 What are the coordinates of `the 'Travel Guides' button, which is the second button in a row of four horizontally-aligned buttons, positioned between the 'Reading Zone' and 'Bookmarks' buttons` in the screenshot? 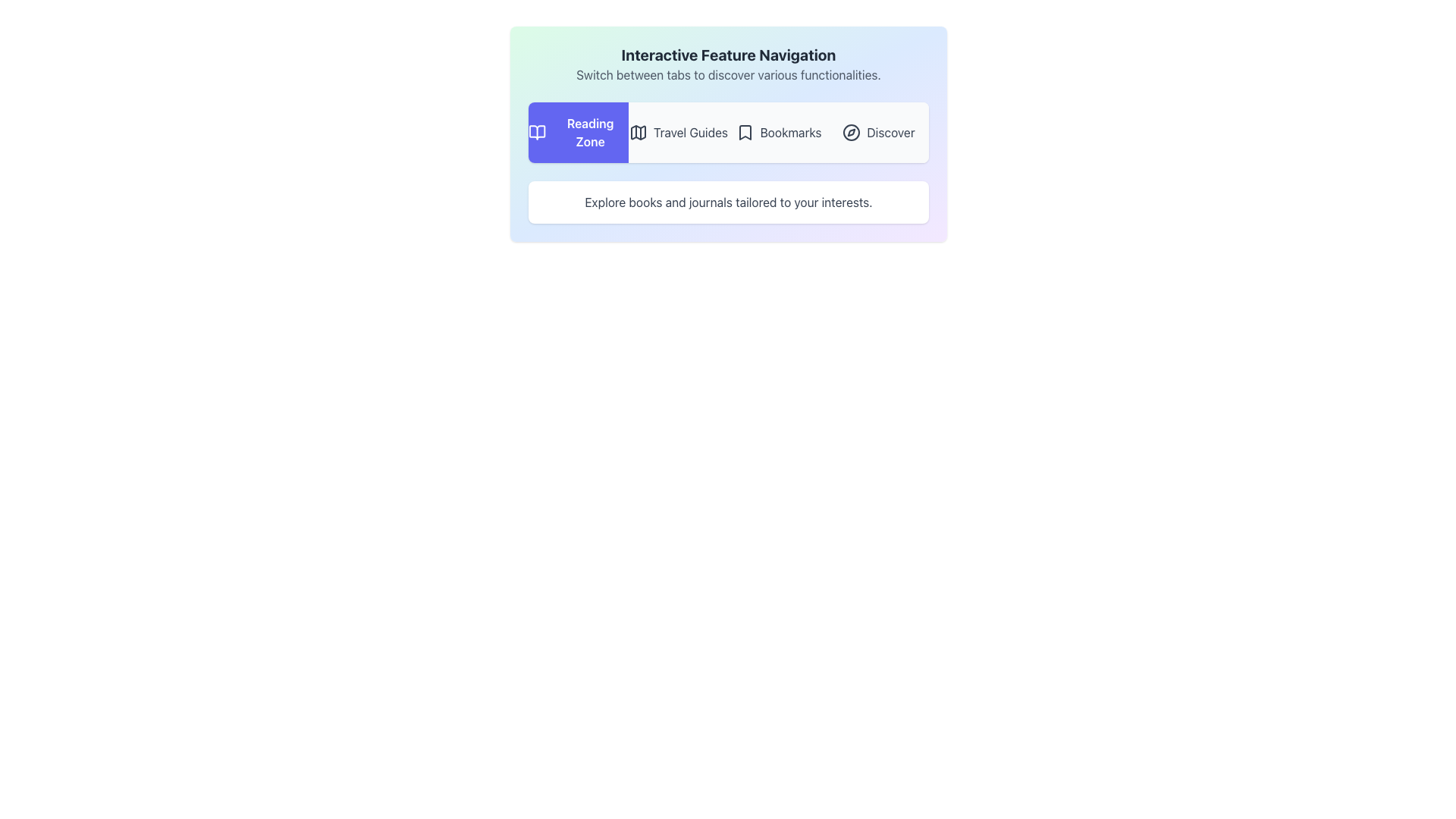 It's located at (677, 131).